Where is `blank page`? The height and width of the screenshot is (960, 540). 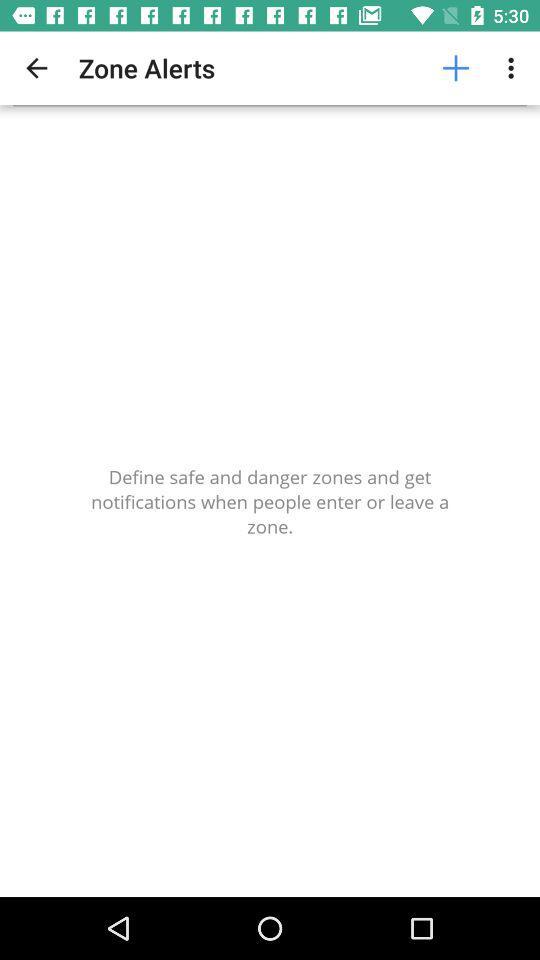 blank page is located at coordinates (270, 500).